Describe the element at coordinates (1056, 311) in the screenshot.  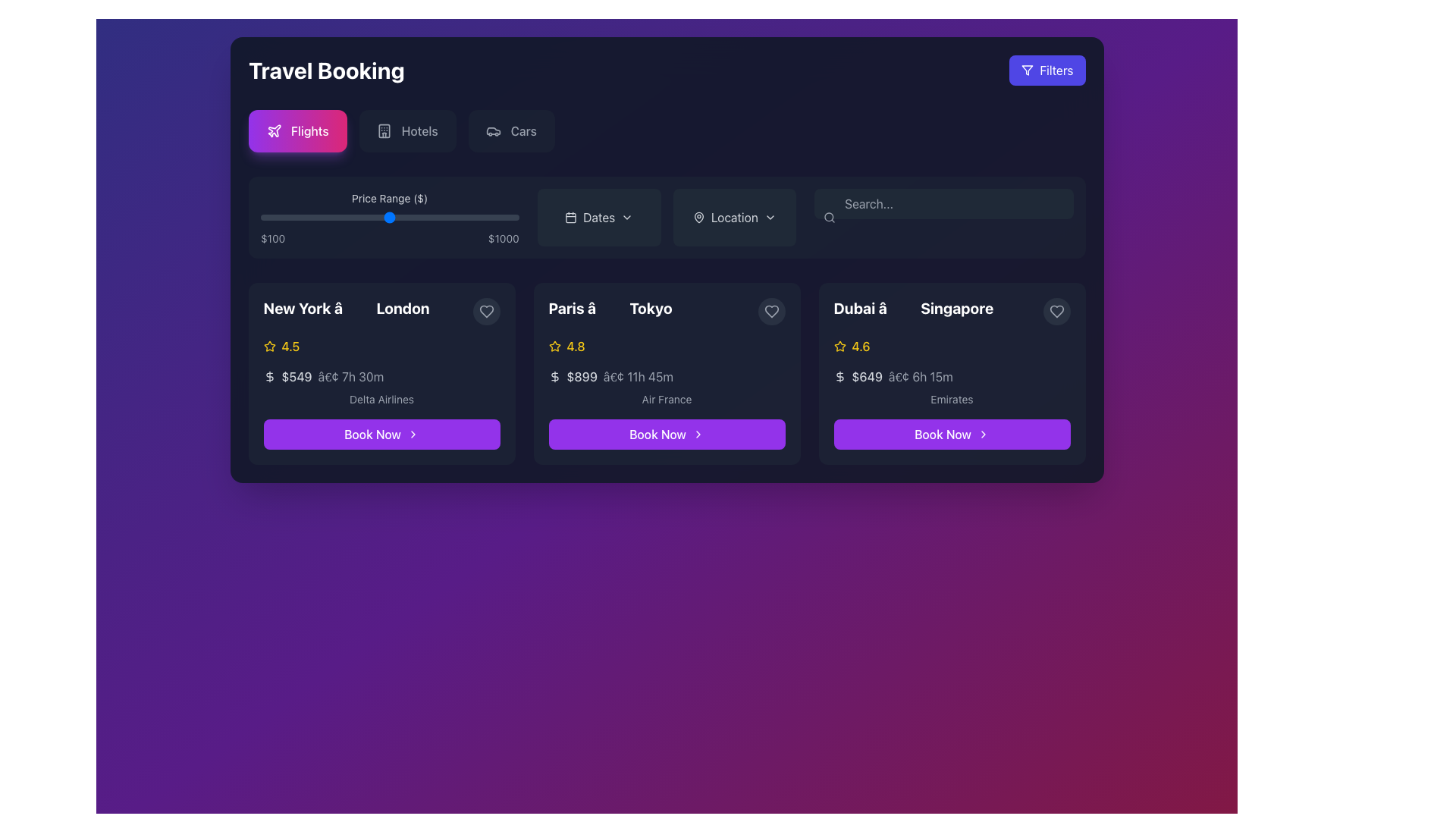
I see `the 'like' button located at the top-right corner of the flight card displaying 'Dubai → Singapore' to mark the flight as a favorite` at that location.